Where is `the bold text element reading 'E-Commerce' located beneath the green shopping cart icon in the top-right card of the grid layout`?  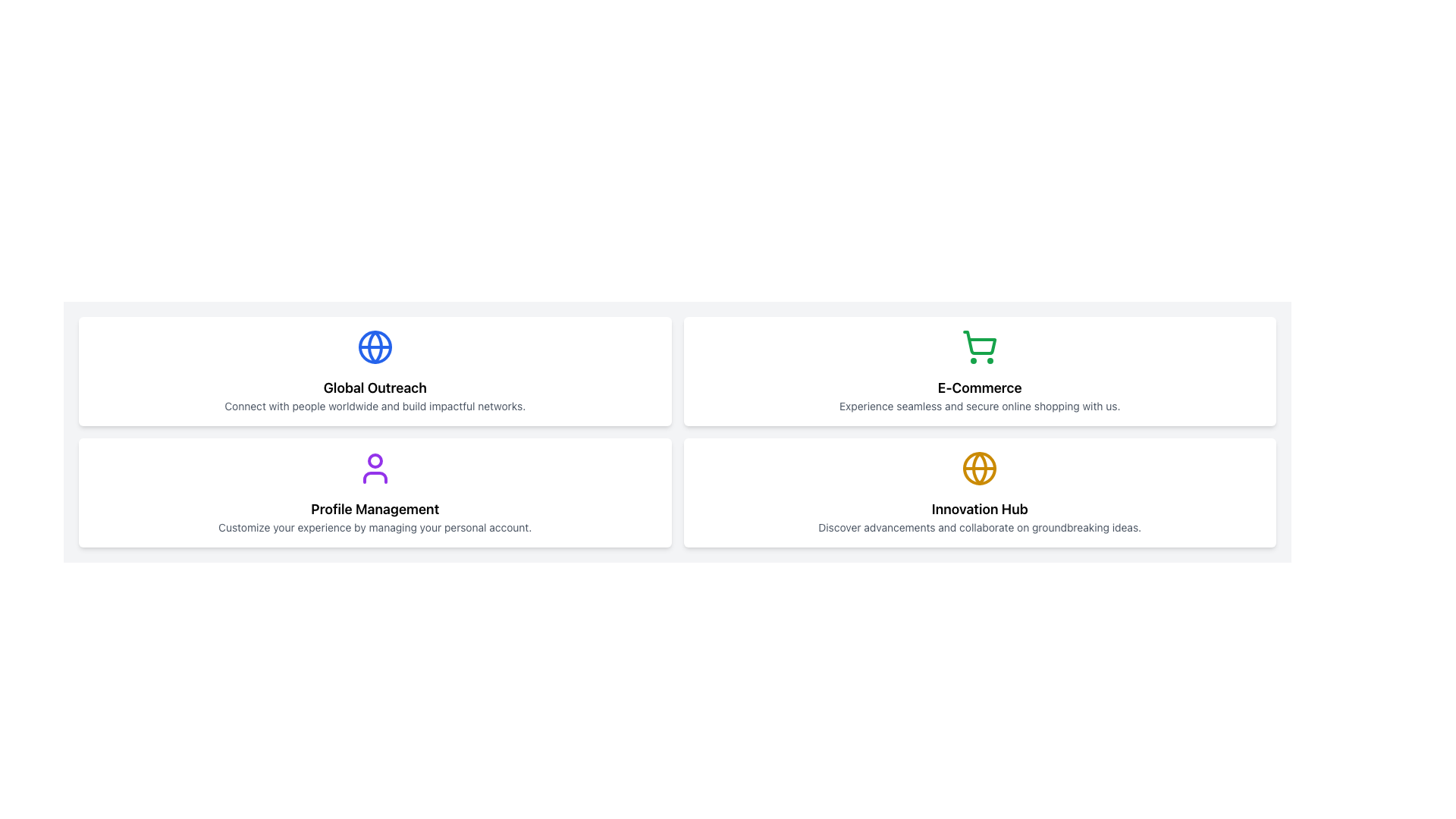 the bold text element reading 'E-Commerce' located beneath the green shopping cart icon in the top-right card of the grid layout is located at coordinates (980, 388).